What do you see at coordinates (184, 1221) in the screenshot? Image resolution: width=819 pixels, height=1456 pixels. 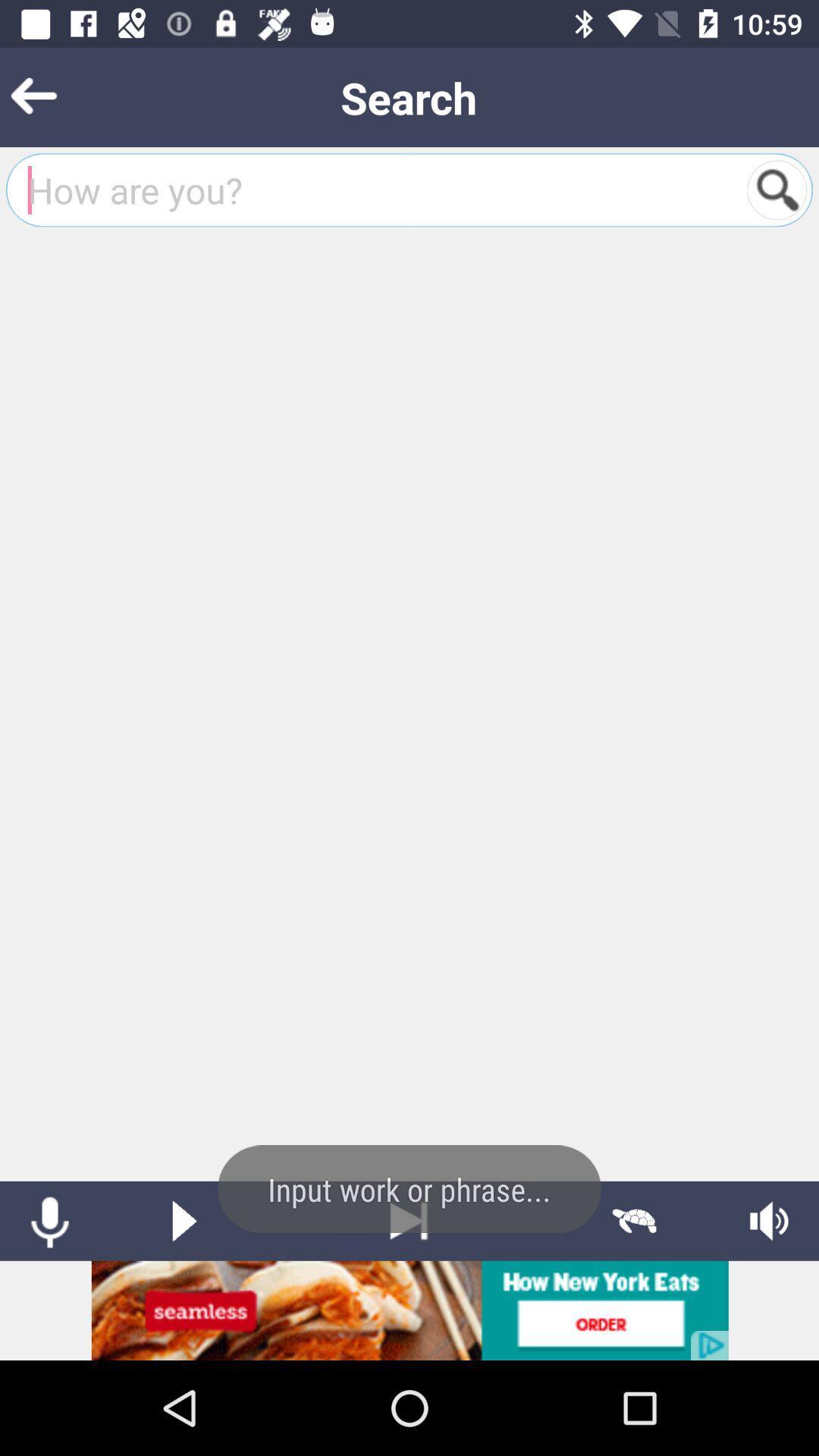 I see `play button` at bounding box center [184, 1221].